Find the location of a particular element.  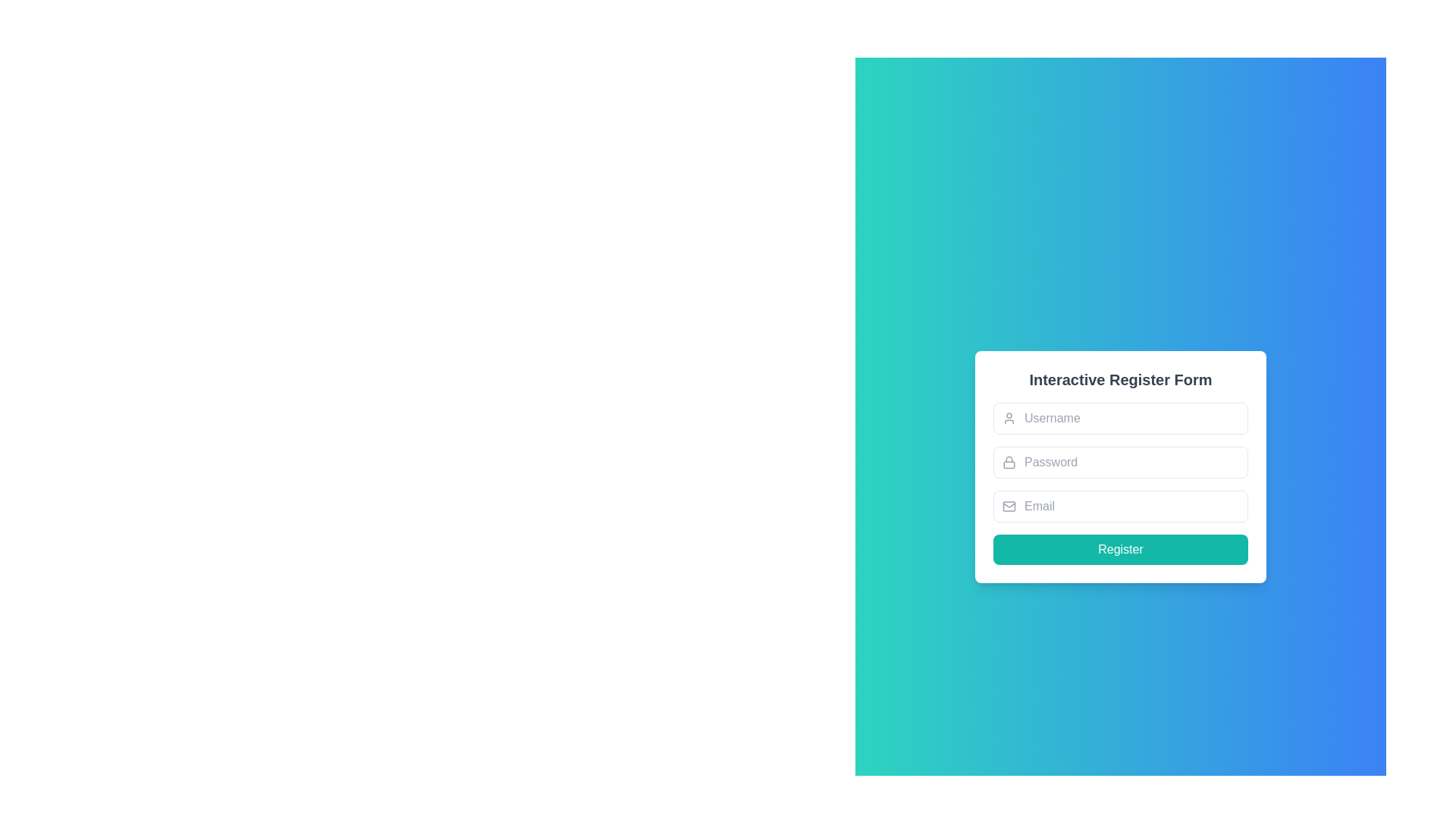

user icon represented as a gray silhouette of a person, located inside the username input field on the left side is located at coordinates (1009, 418).